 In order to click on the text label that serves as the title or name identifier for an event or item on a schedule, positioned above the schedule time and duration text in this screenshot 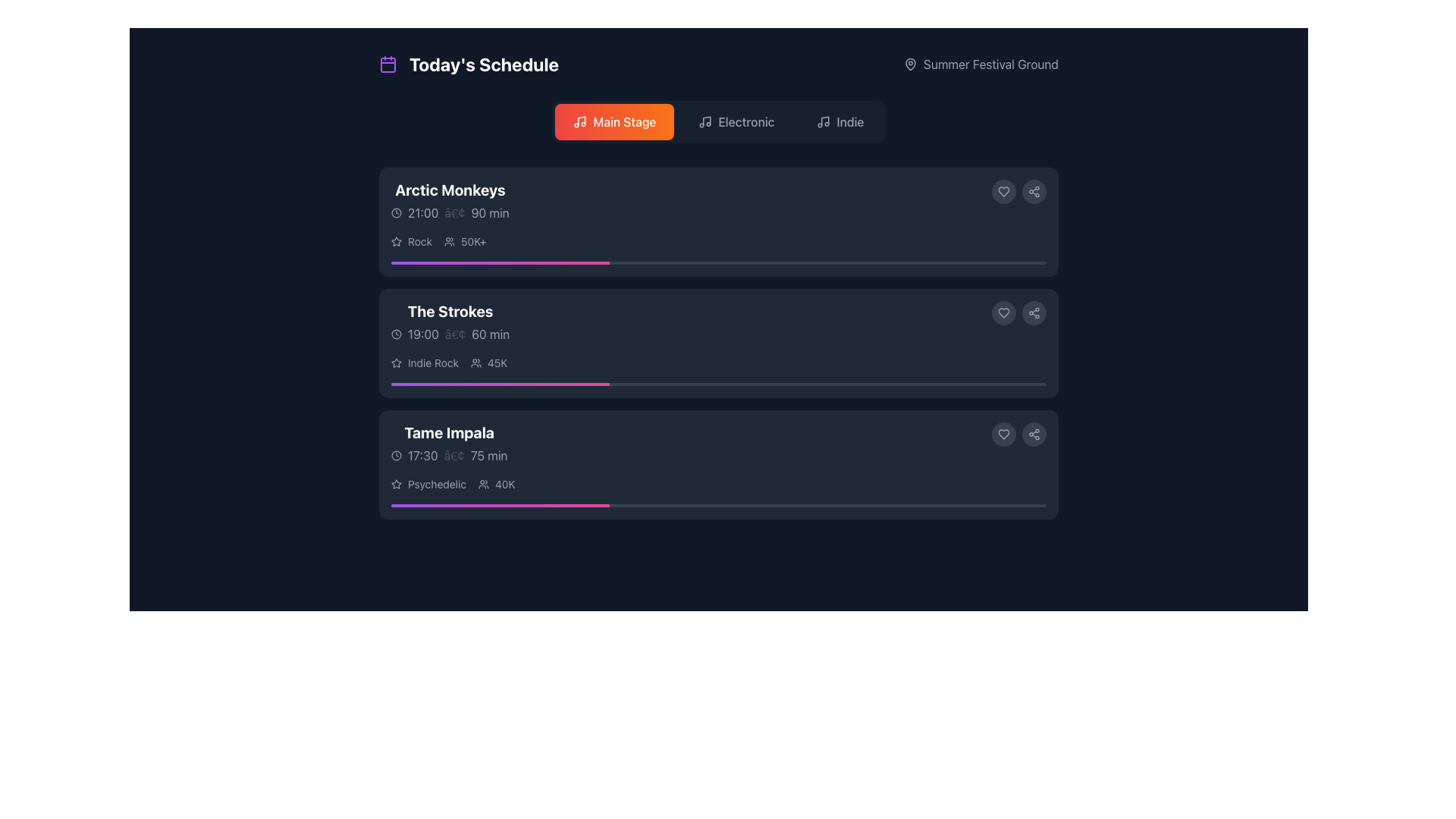, I will do `click(447, 432)`.